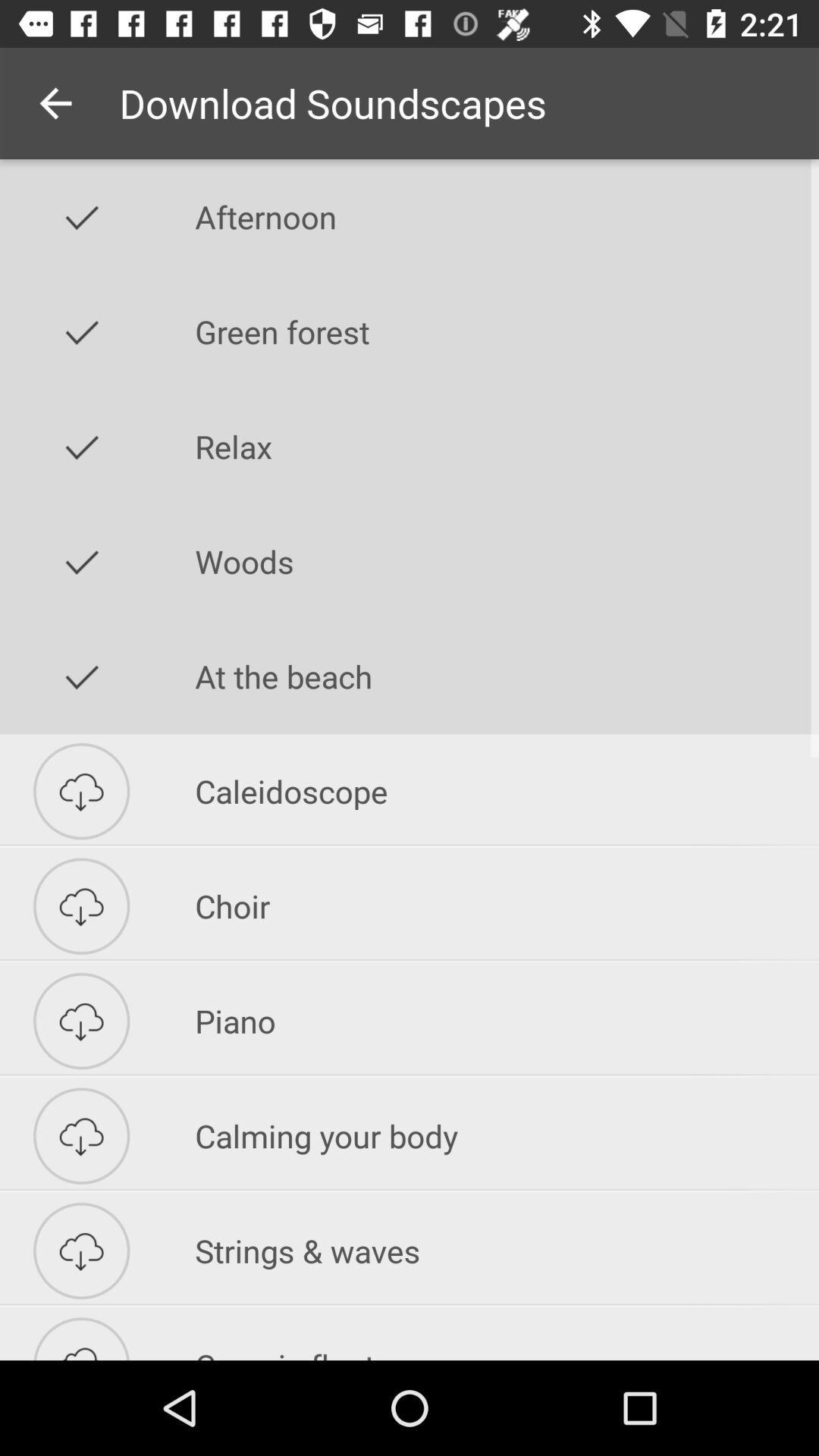  I want to click on the item above caleidoscope item, so click(507, 676).